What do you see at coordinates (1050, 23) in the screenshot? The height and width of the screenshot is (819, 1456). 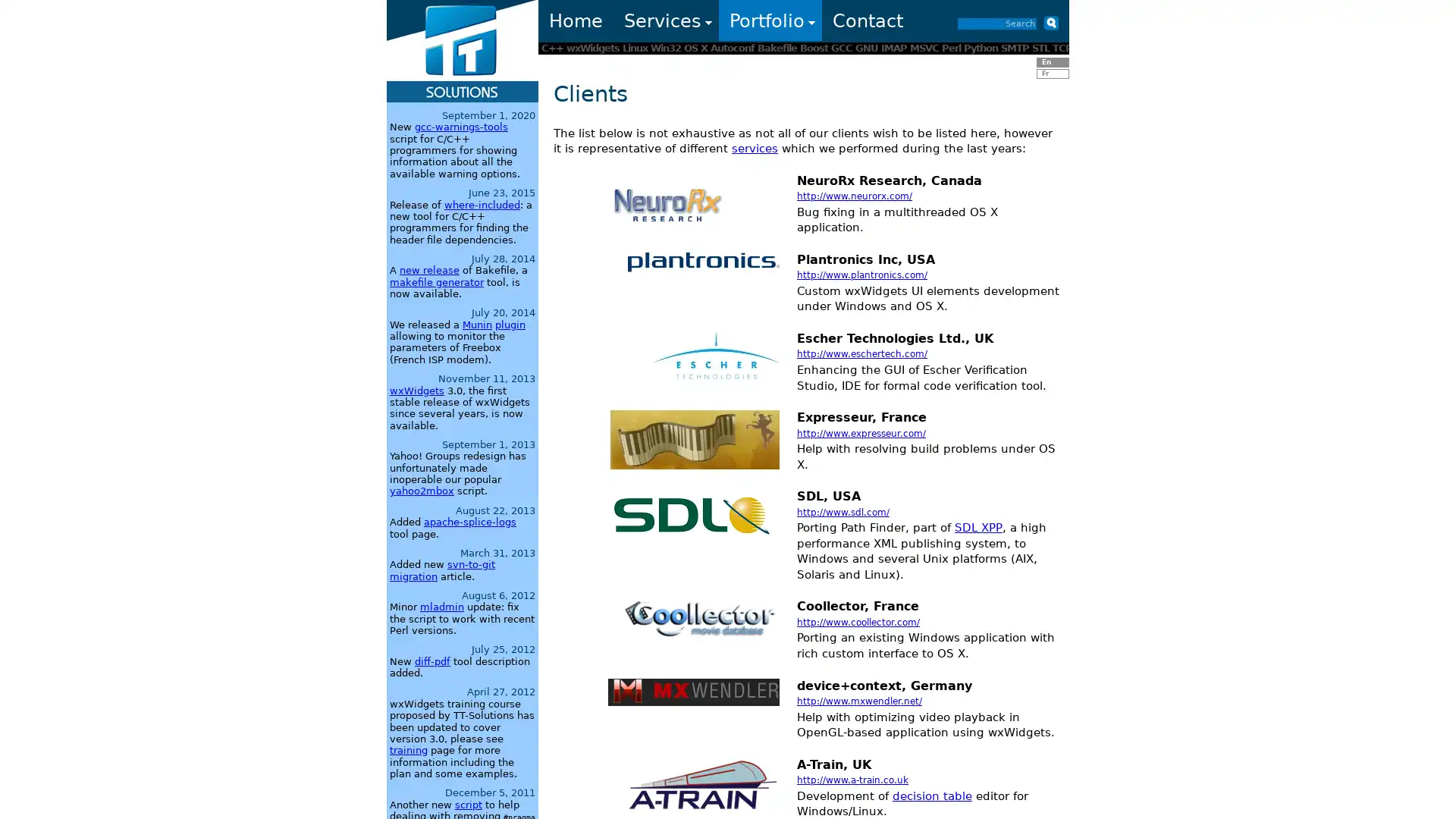 I see `Submit button` at bounding box center [1050, 23].